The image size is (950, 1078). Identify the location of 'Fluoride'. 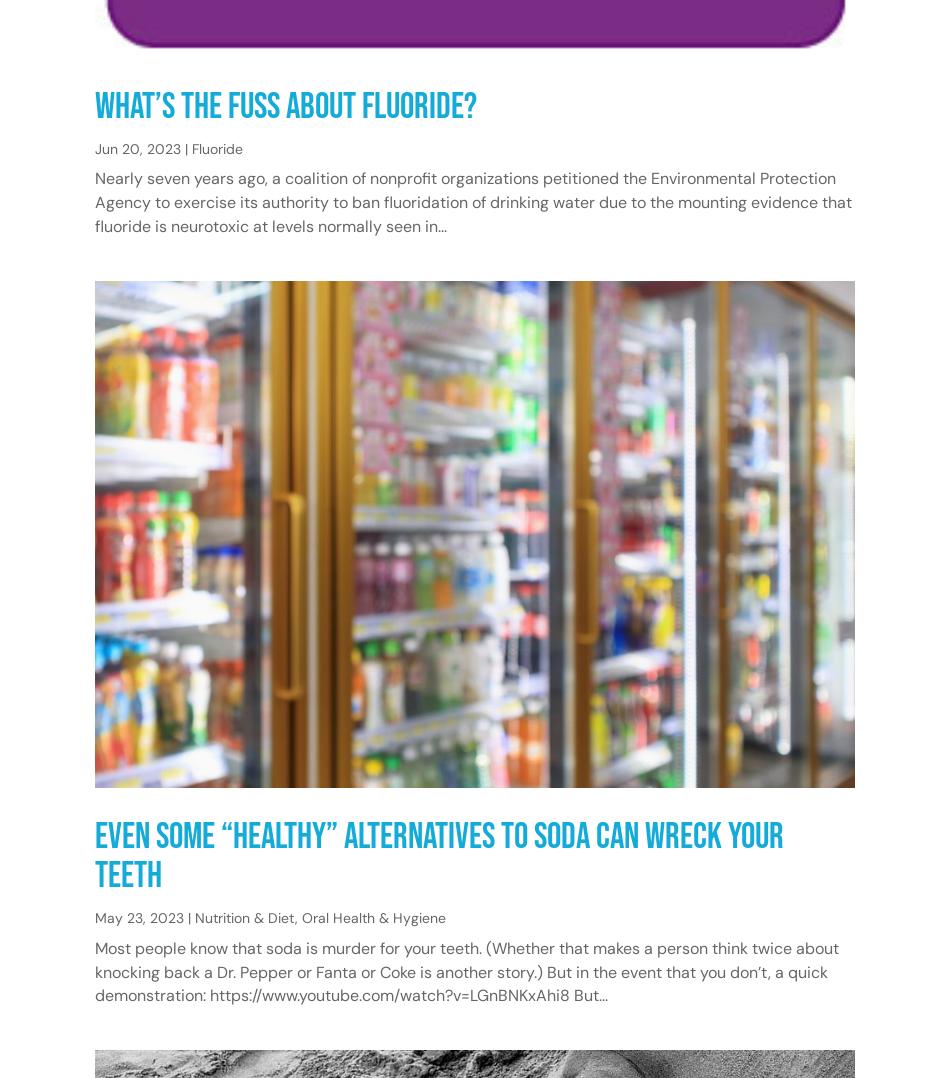
(217, 148).